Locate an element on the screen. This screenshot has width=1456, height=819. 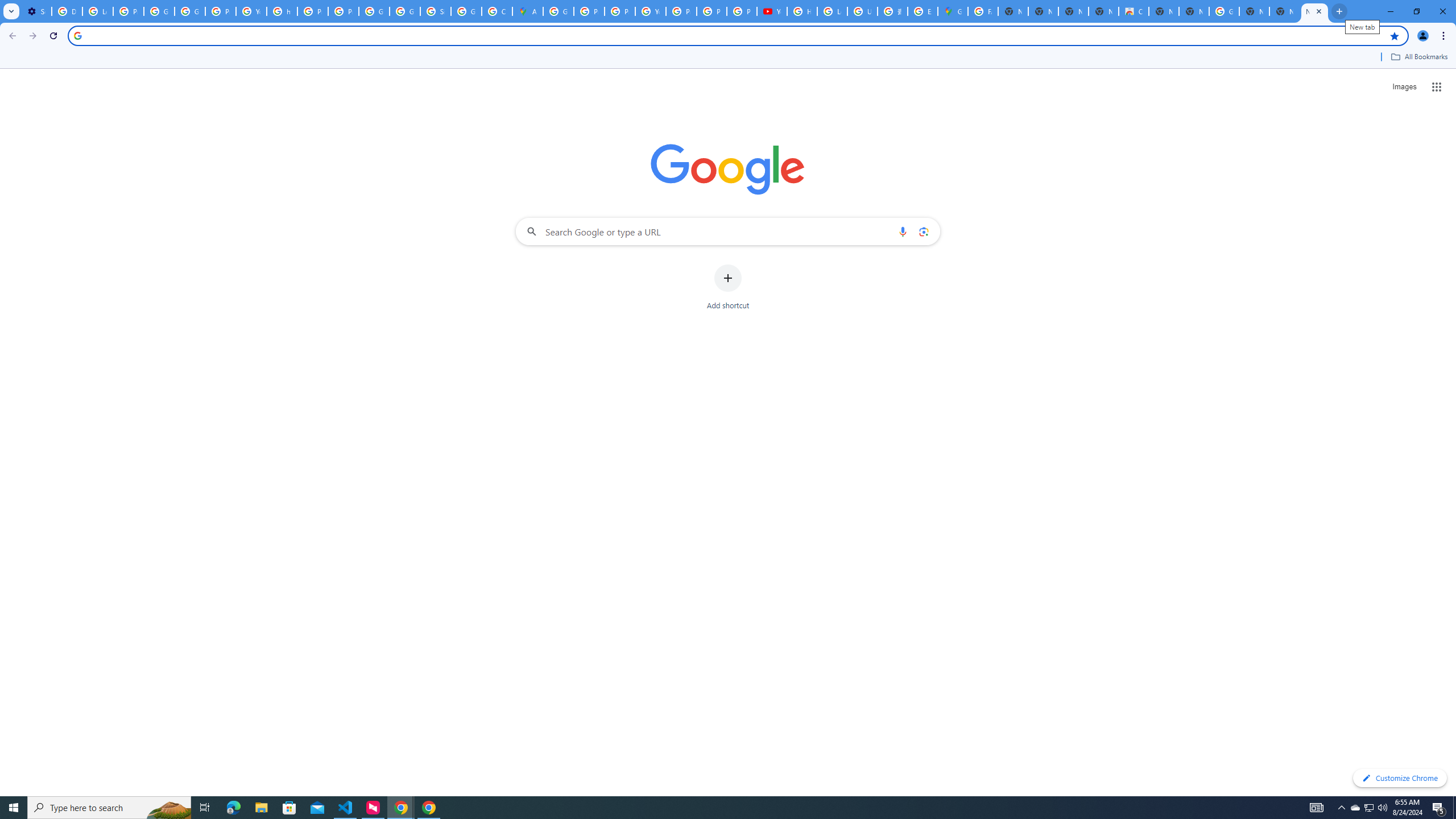
'New Tab' is located at coordinates (1254, 11).